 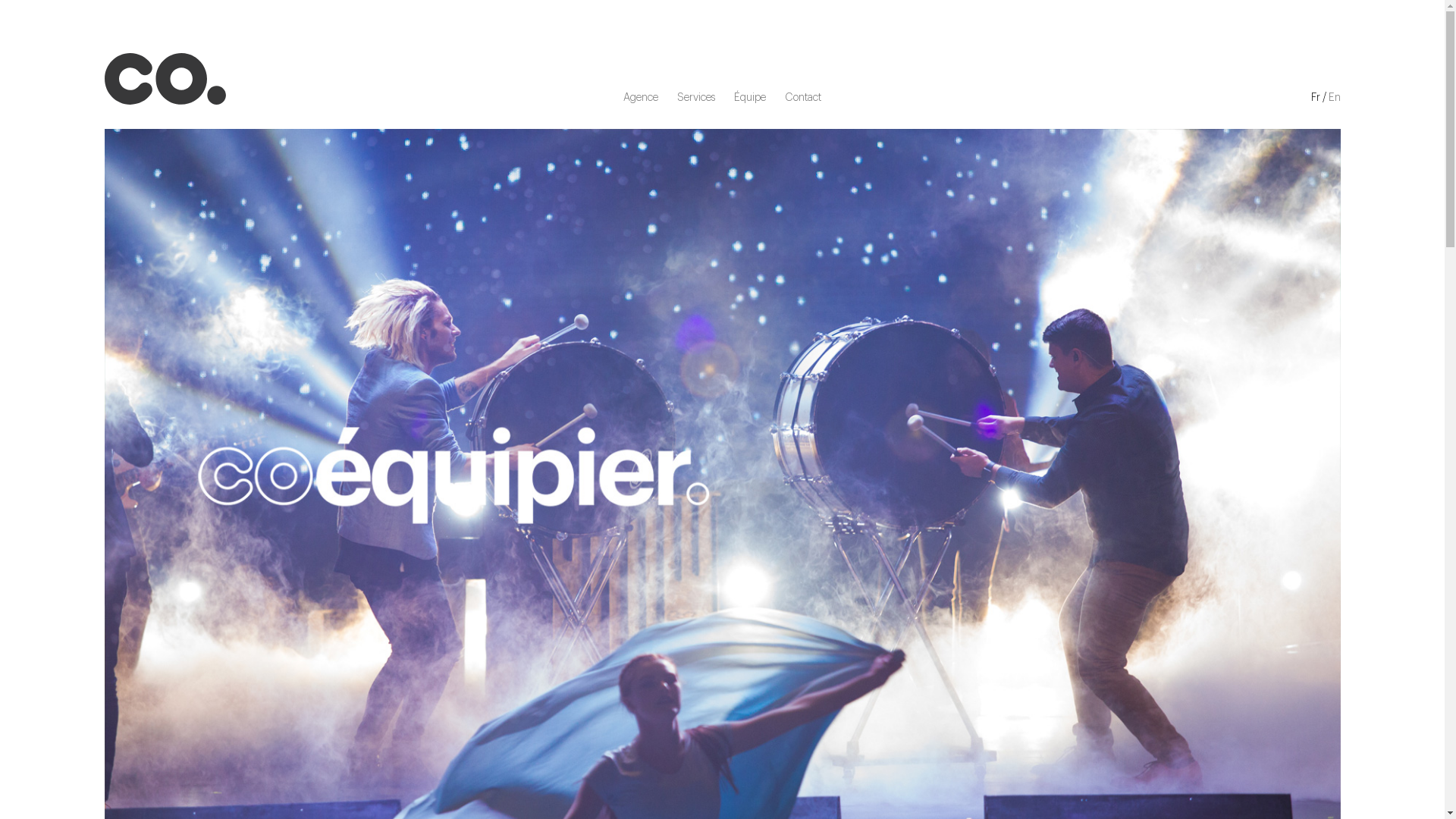 What do you see at coordinates (777, 93) in the screenshot?
I see `'Contact'` at bounding box center [777, 93].